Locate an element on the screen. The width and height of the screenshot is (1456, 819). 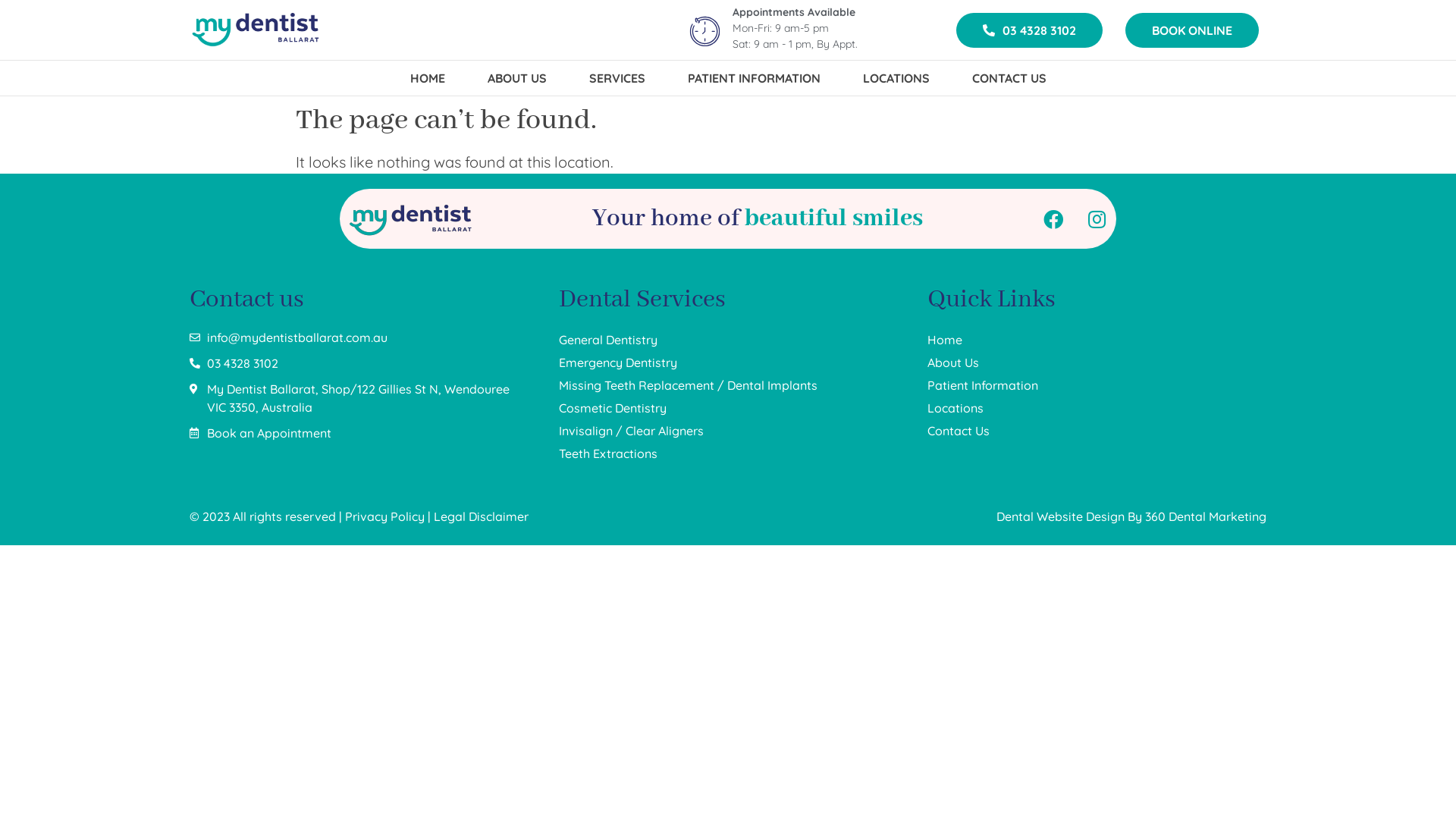
'Cosmetic Dentistry' is located at coordinates (728, 406).